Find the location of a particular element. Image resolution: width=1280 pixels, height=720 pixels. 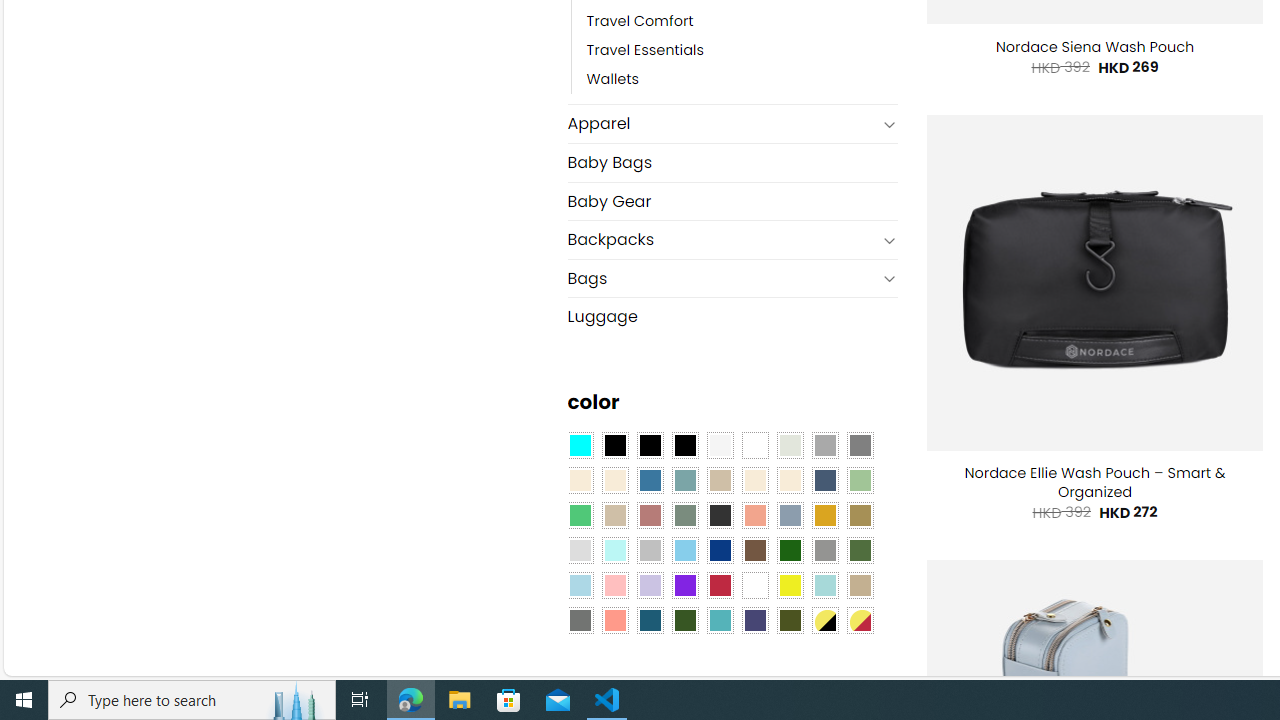

'Purple Navy' is located at coordinates (754, 618).